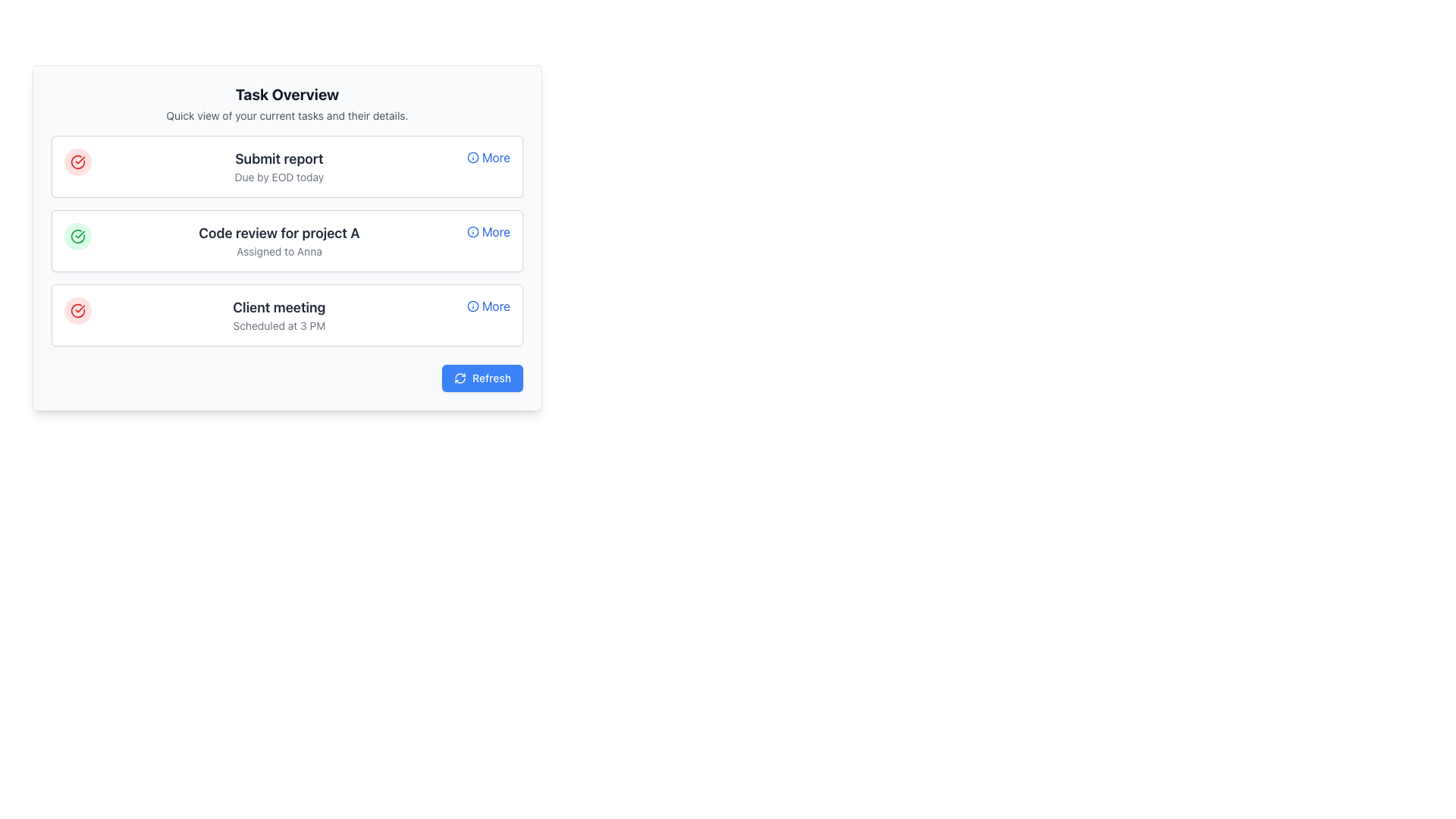 This screenshot has height=819, width=1456. I want to click on the 'Submit report' text label, which is displayed in bold, large dark gray font at the top center of the first list item in the task list section, so click(279, 158).